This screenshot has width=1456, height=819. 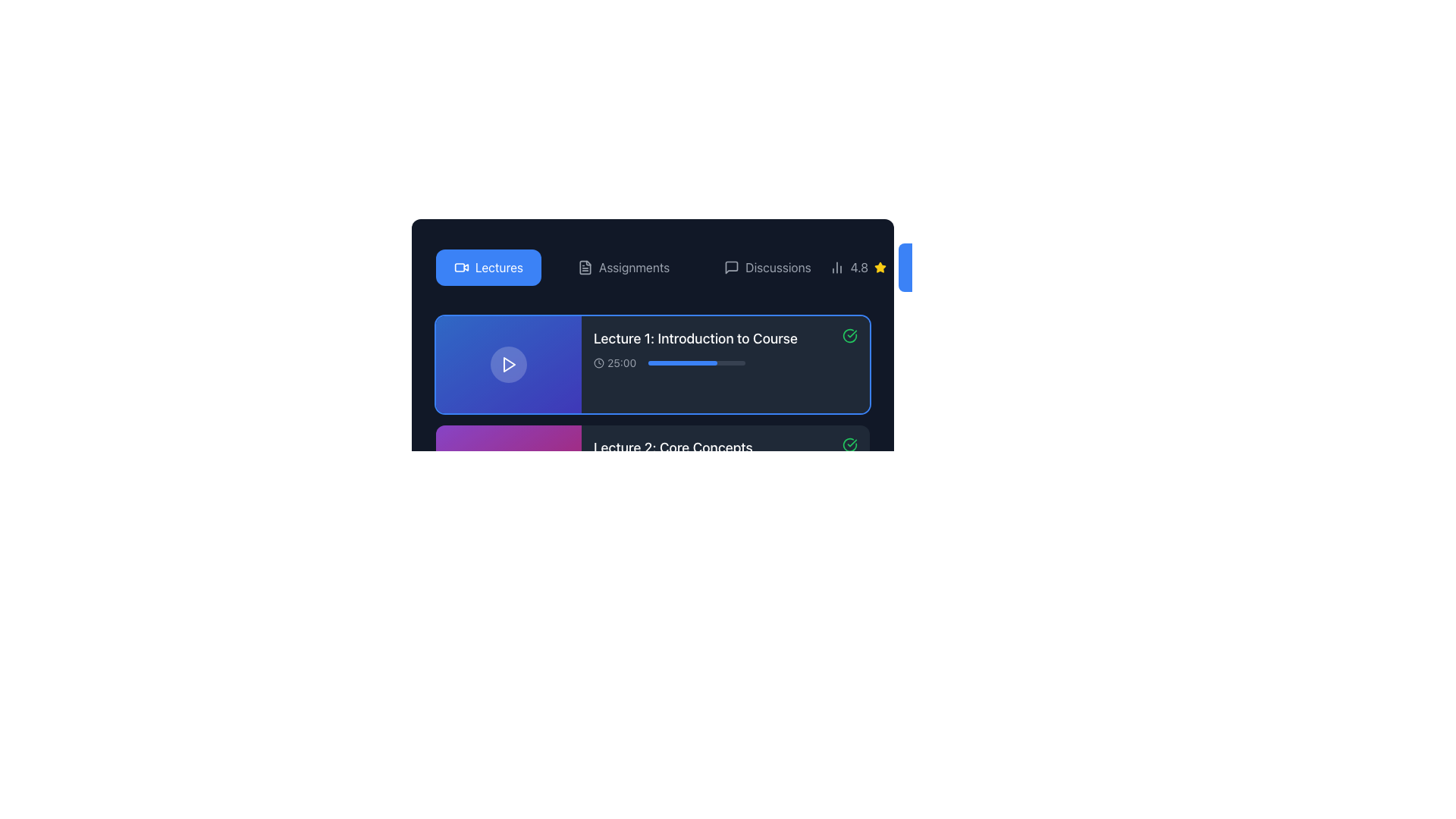 I want to click on the star icon located, so click(x=880, y=266).